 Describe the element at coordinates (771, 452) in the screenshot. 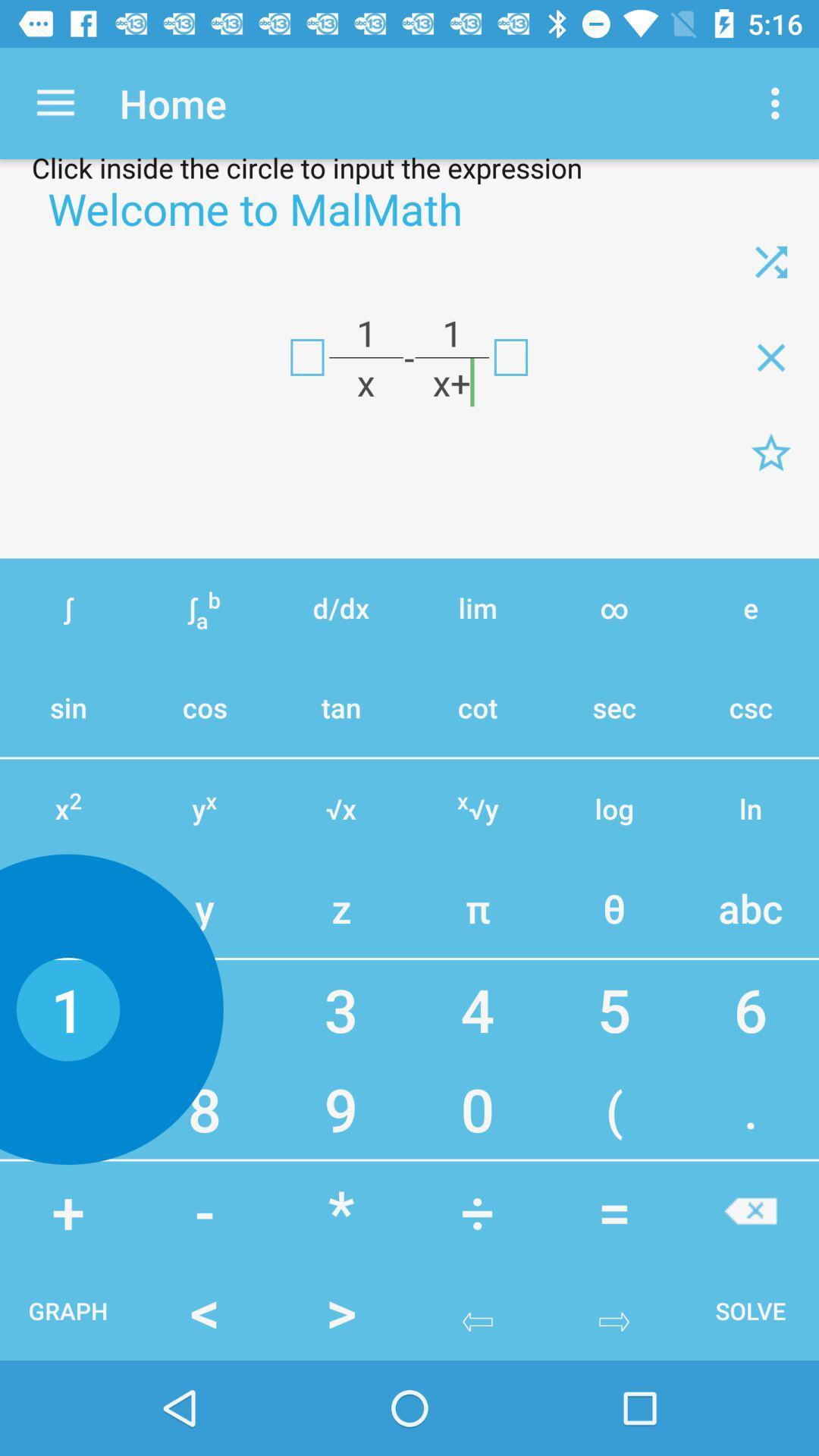

I see `formula page` at that location.